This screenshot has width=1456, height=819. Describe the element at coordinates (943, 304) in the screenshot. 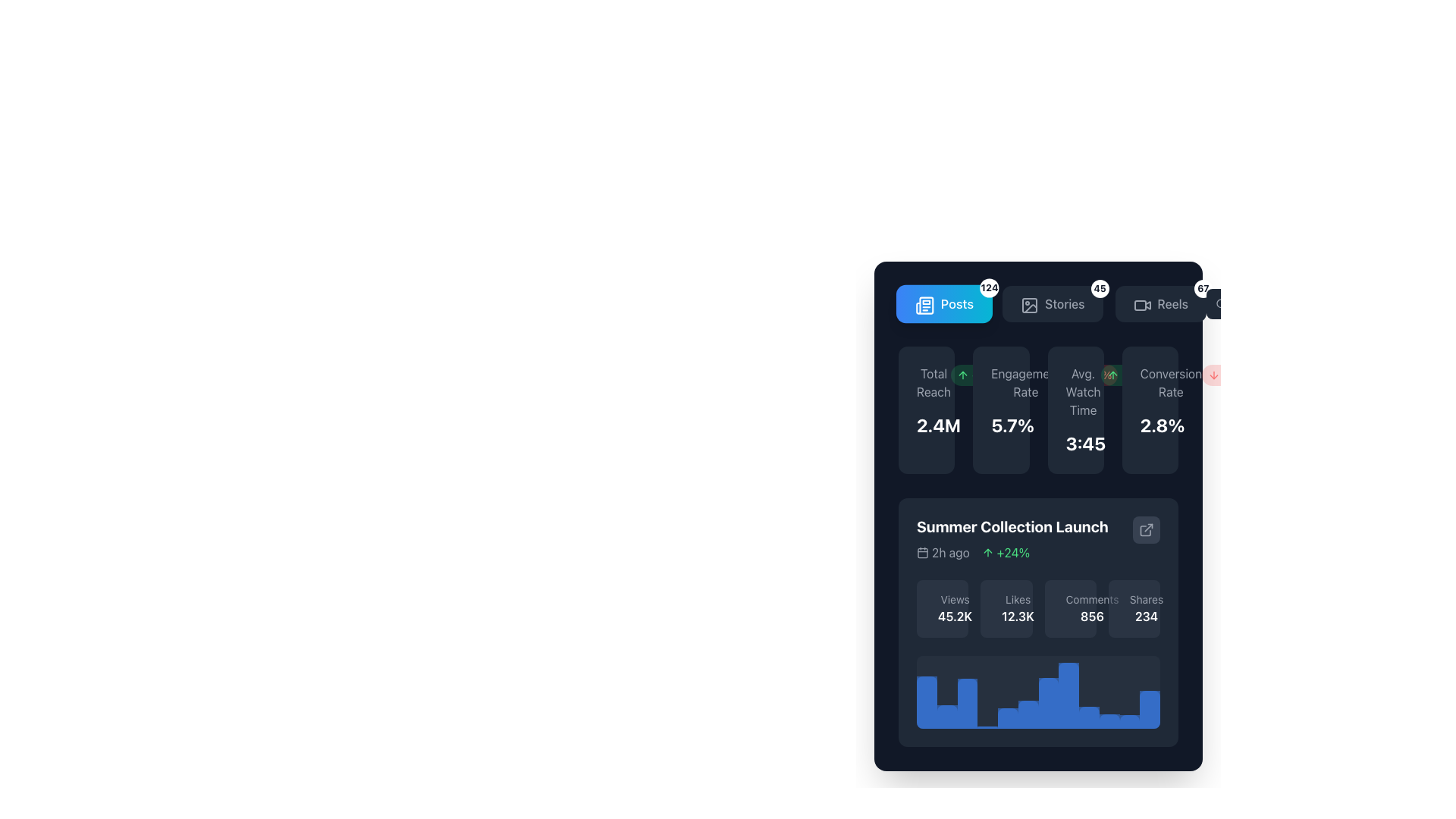

I see `the 'Posts' button, which is a rectangular button with rounded edges, featuring a gradient background from blue to cyan, white text, and a newspaper icon on the left, along with a badge showing '124' at the top-right corner` at that location.